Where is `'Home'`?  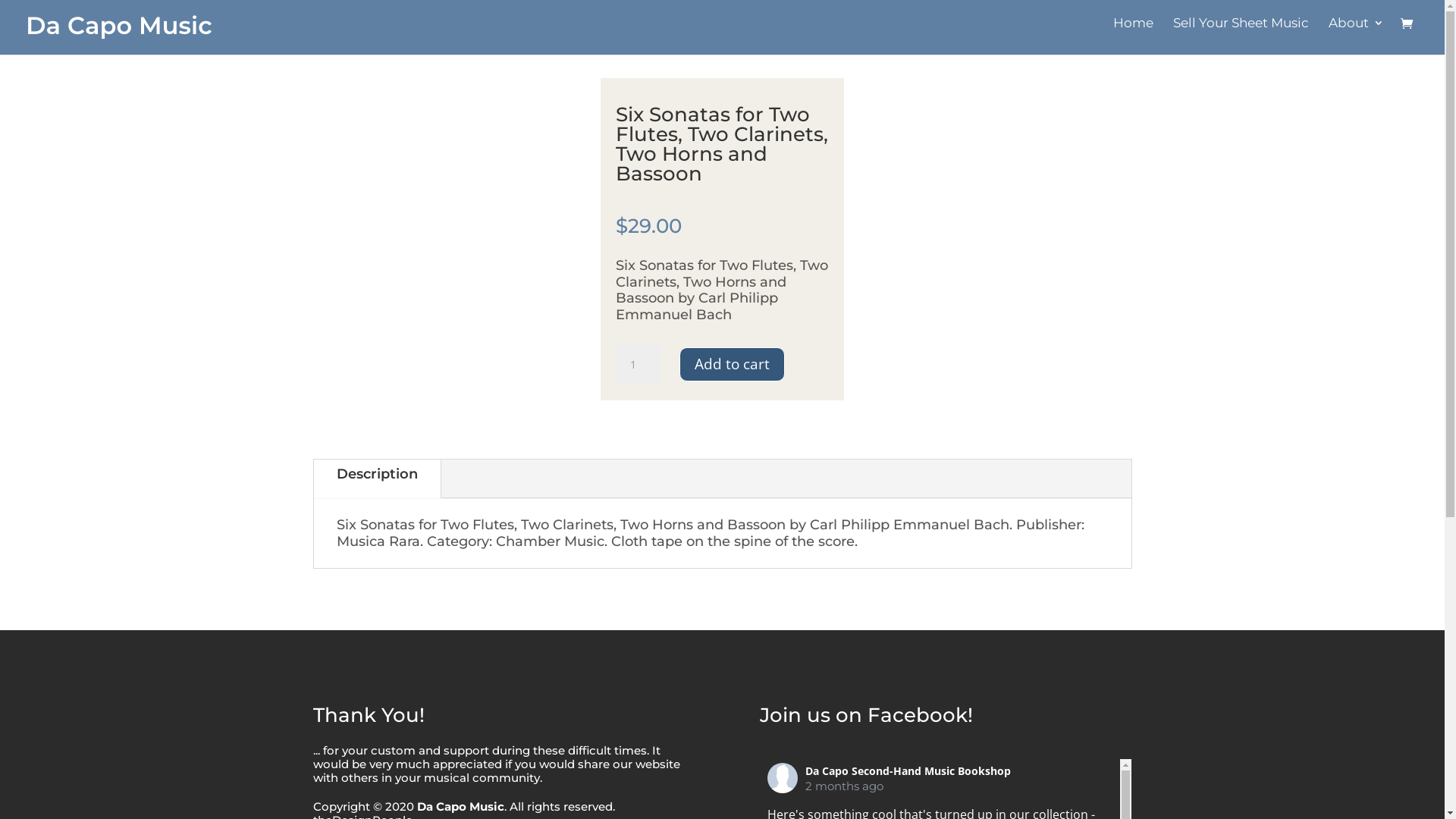
'Home' is located at coordinates (1133, 31).